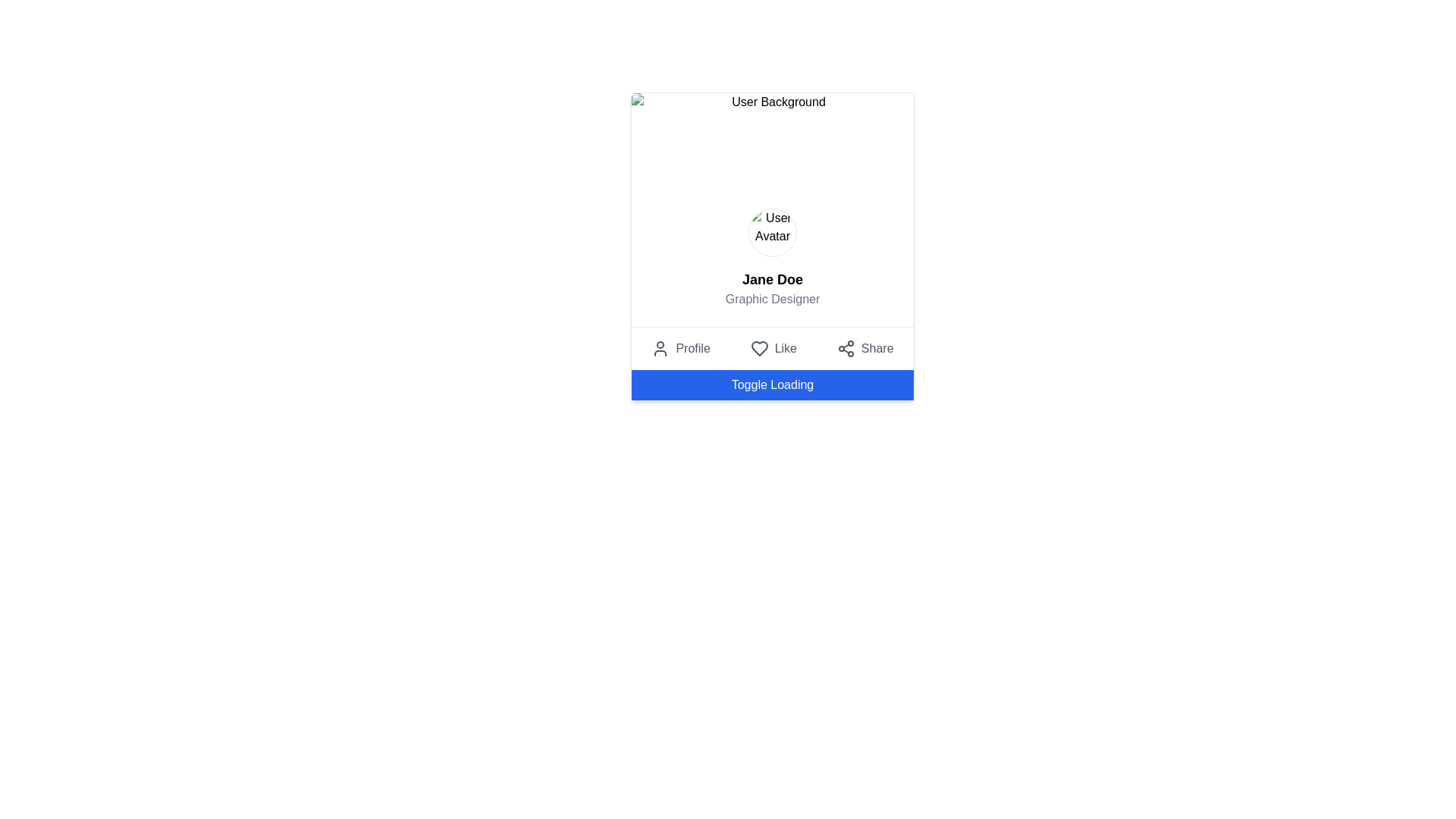 This screenshot has height=819, width=1456. Describe the element at coordinates (692, 348) in the screenshot. I see `the 'Profile' text label element, which is styled in gray and located at the bottom left section of the layout, indicating user information or settings` at that location.